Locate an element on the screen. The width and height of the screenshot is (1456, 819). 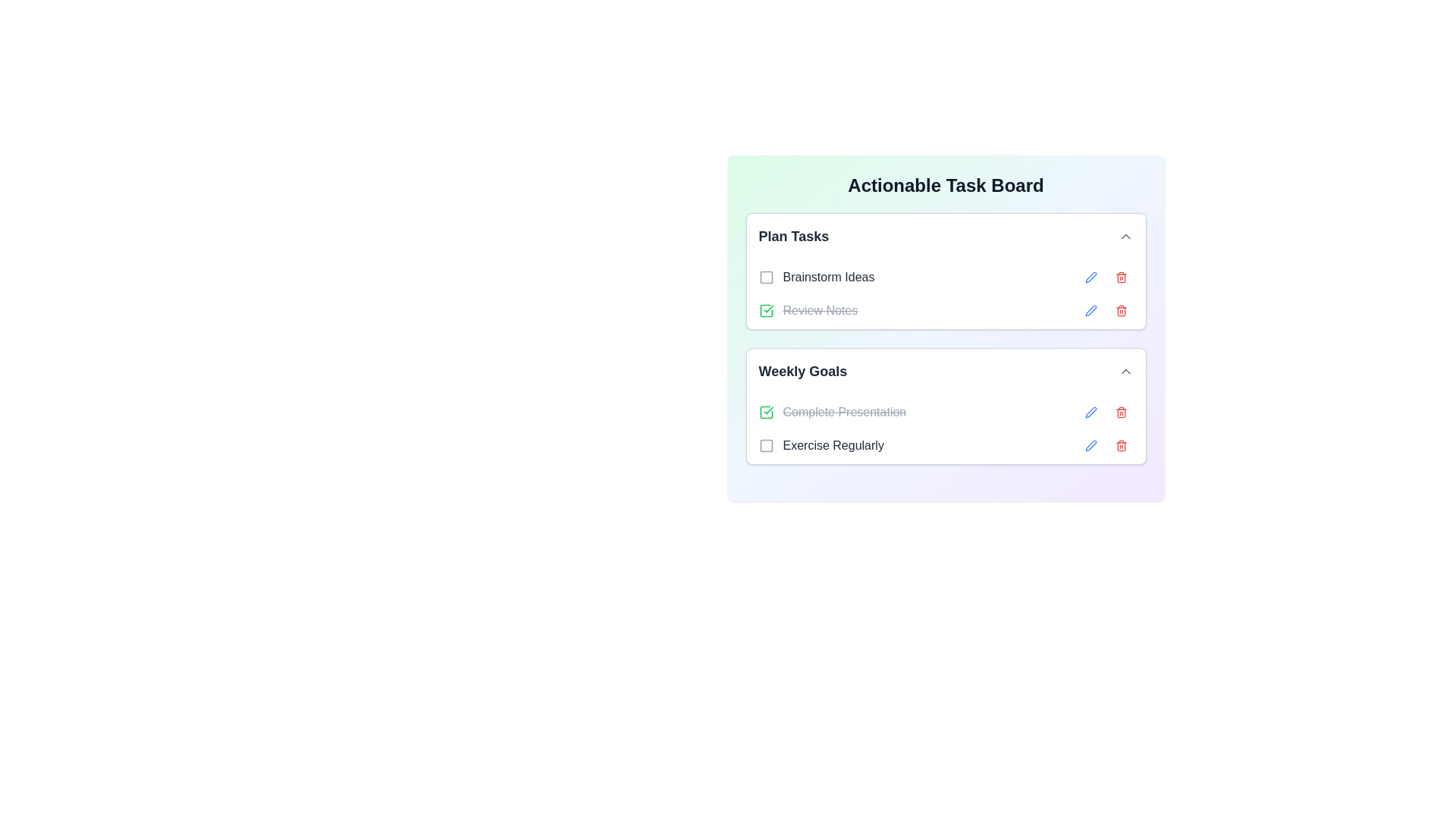
the checkbox of the 'Review Notes' task in the 'Plan Tasks' section is located at coordinates (807, 309).